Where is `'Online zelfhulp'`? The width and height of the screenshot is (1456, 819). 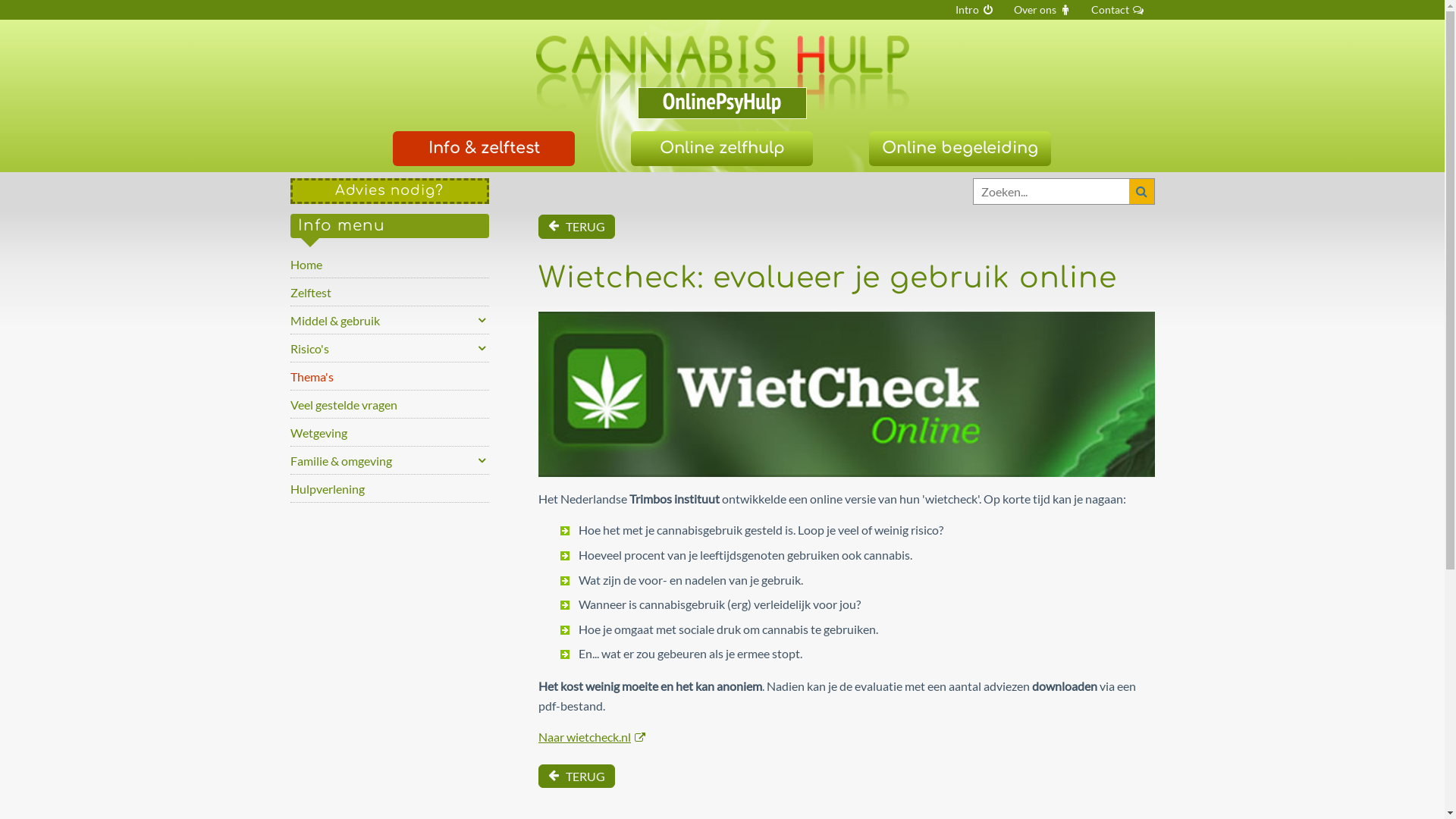
'Online zelfhulp' is located at coordinates (720, 149).